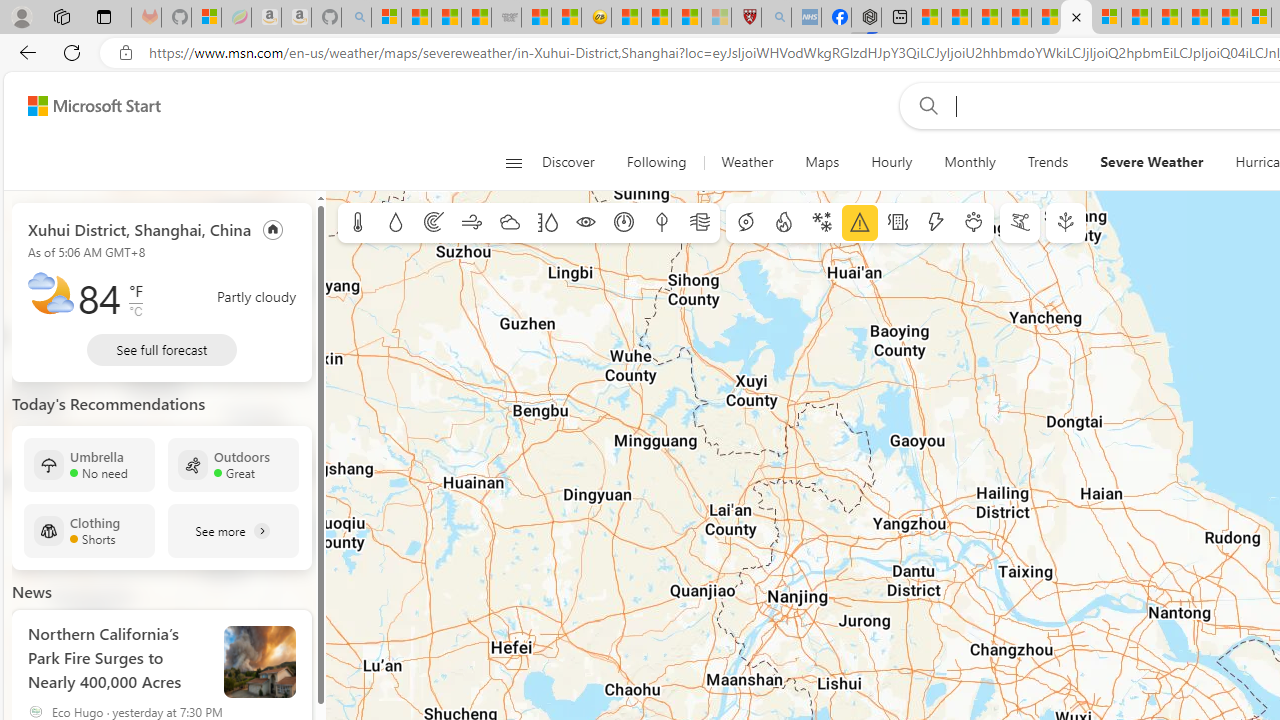 The image size is (1280, 720). Describe the element at coordinates (509, 223) in the screenshot. I see `'Clouds'` at that location.